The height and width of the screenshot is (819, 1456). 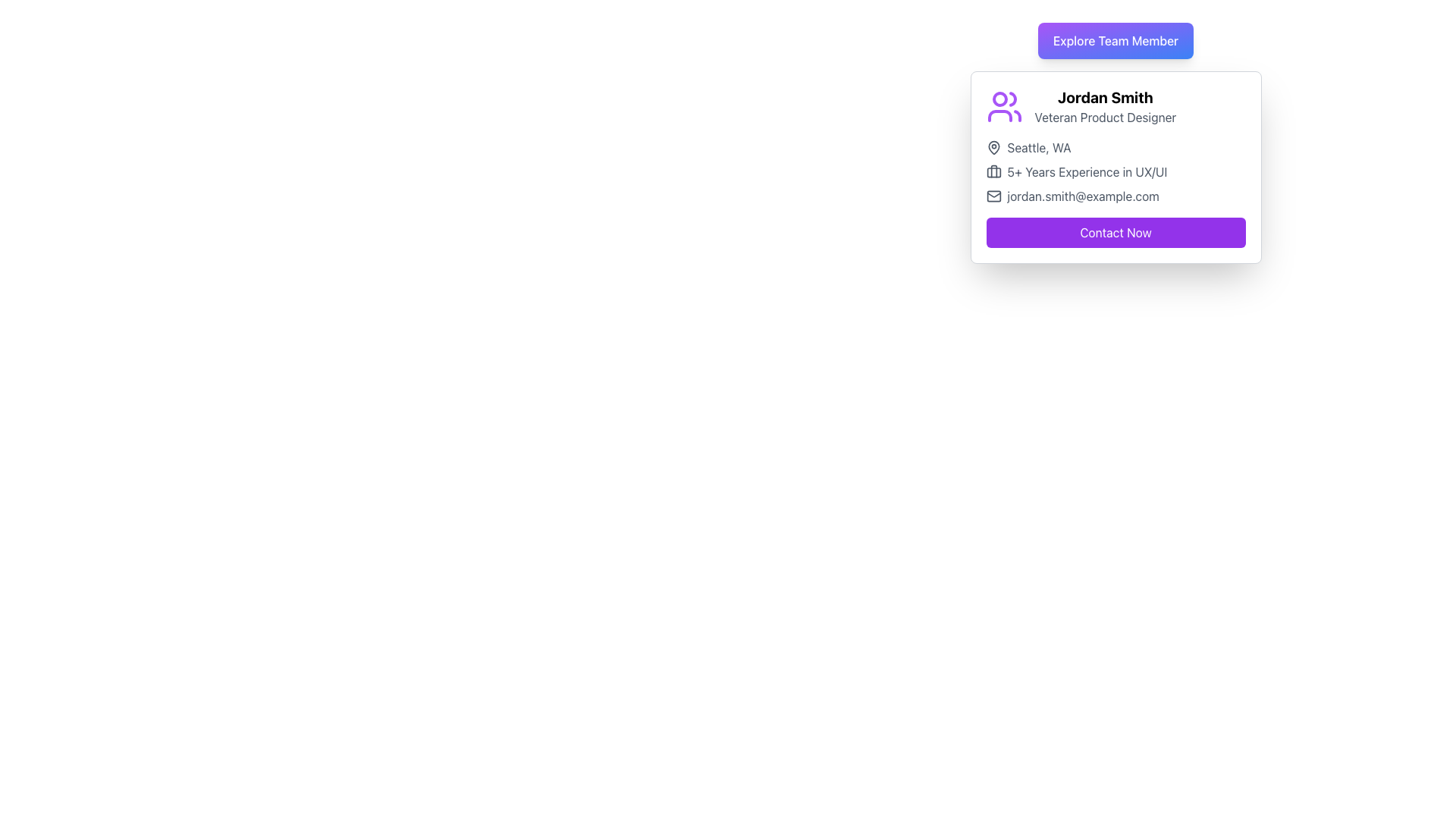 I want to click on on the email envelope icon located within the contact information card, so click(x=993, y=195).